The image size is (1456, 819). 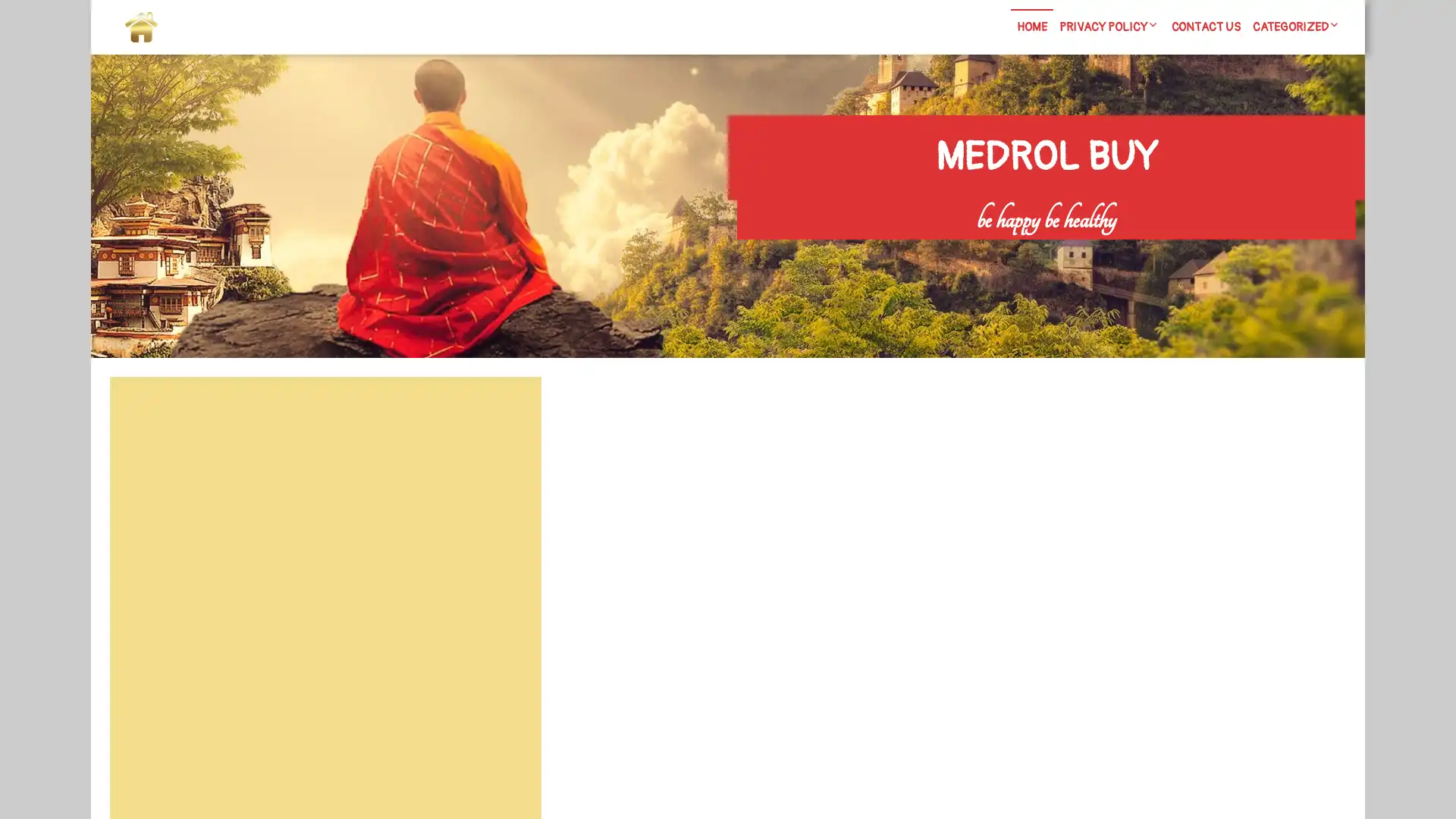 I want to click on Search, so click(x=1181, y=248).